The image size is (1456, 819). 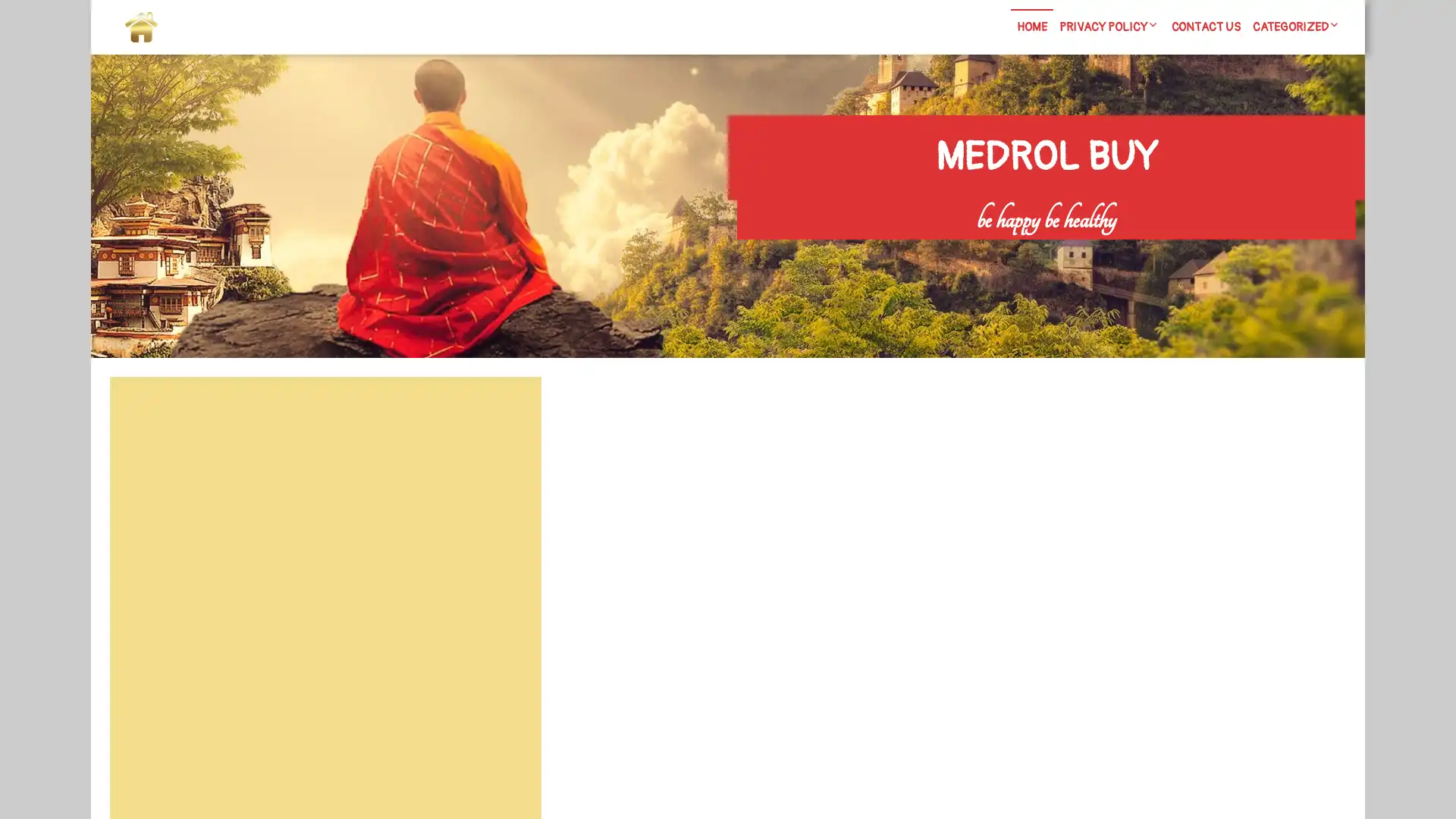 I want to click on Search, so click(x=1181, y=248).